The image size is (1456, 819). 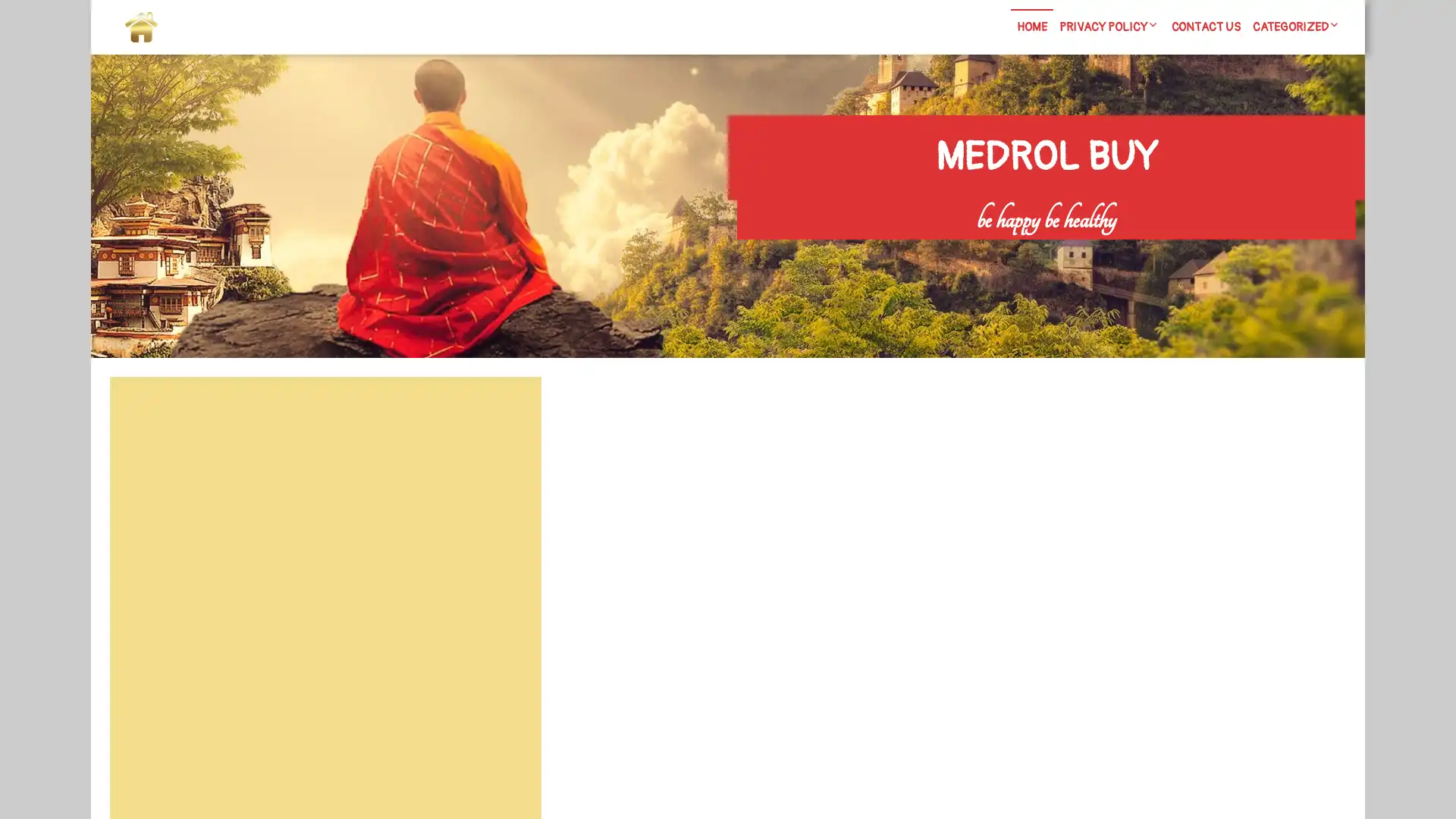 I want to click on Search, so click(x=1181, y=248).